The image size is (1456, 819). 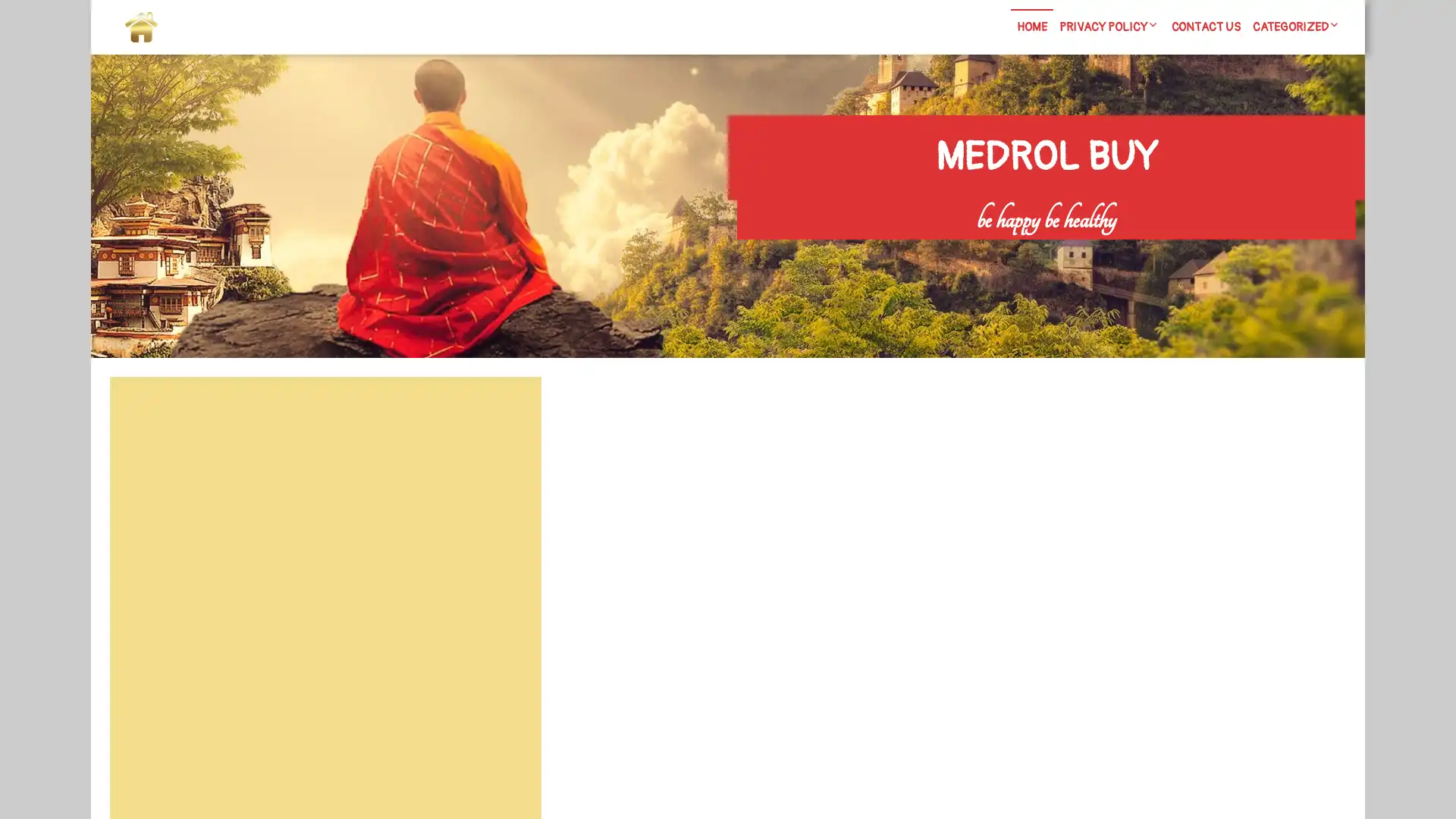 I want to click on Search, so click(x=1181, y=248).